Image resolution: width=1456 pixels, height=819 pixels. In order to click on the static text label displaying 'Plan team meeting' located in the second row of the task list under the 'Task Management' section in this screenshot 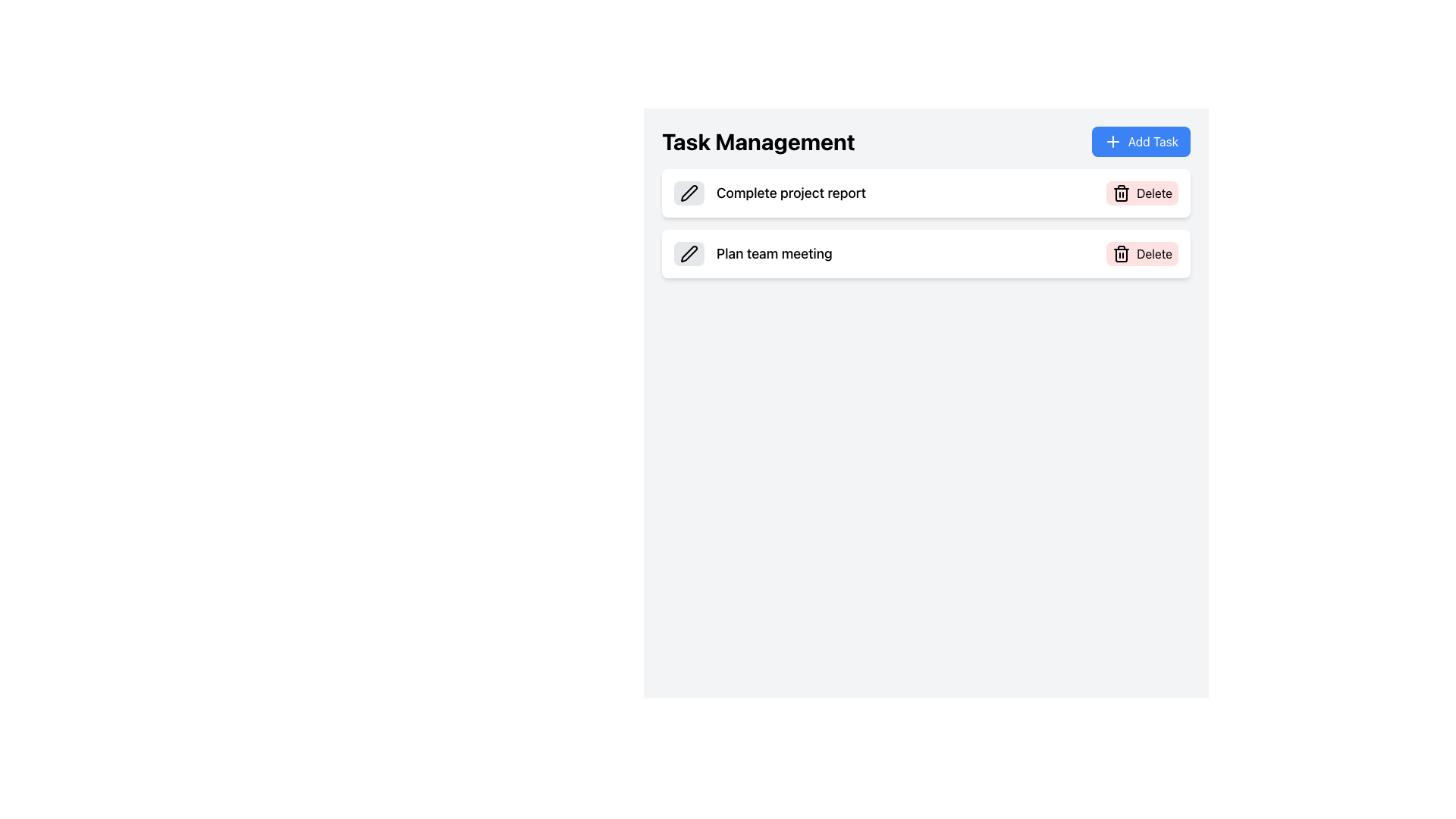, I will do `click(774, 253)`.